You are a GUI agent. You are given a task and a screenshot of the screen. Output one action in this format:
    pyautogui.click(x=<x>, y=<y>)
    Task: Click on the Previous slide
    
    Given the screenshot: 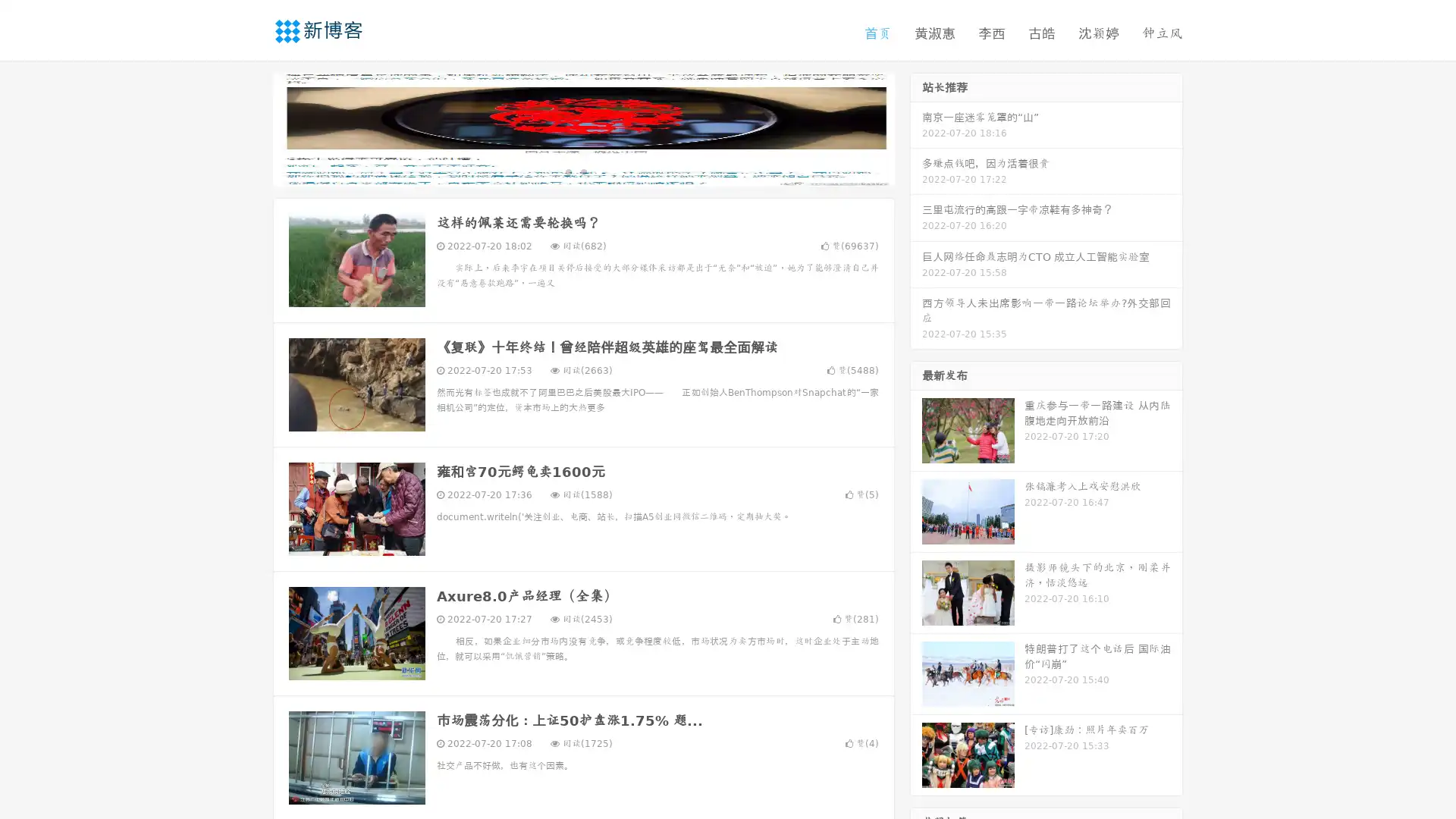 What is the action you would take?
    pyautogui.click(x=250, y=127)
    